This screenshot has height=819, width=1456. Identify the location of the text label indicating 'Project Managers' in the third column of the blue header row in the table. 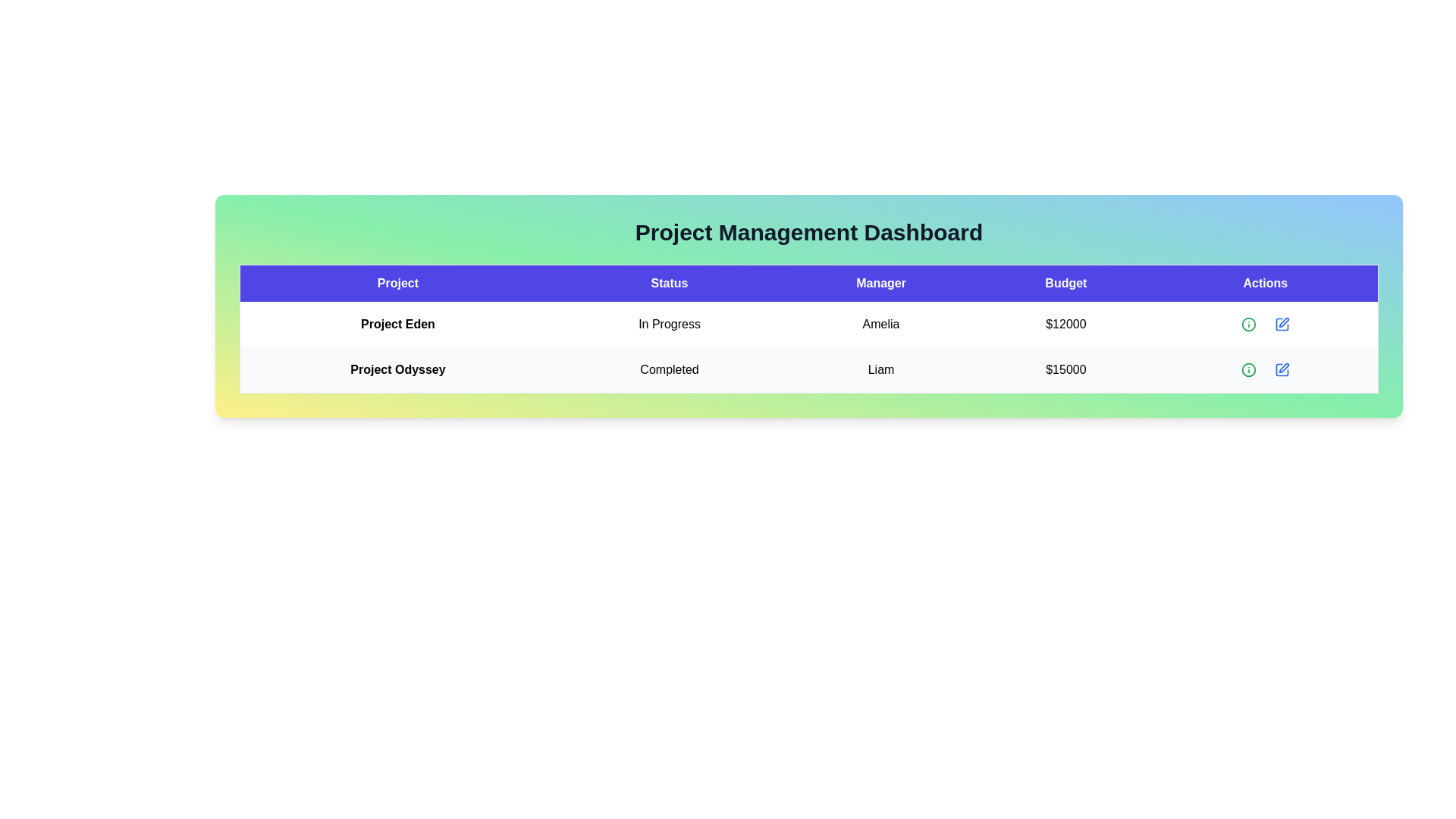
(880, 283).